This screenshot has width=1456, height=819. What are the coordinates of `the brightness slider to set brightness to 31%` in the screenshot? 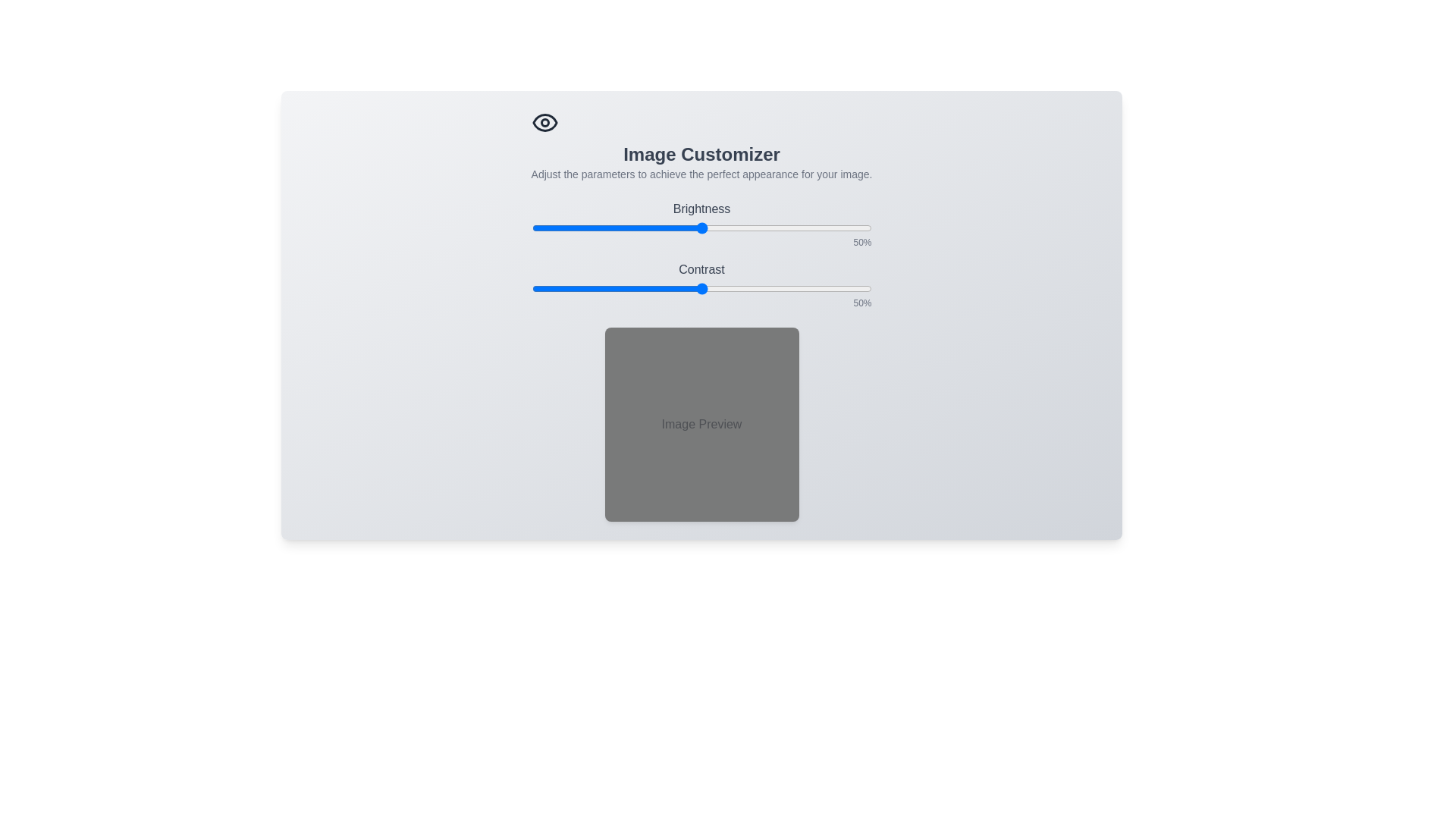 It's located at (637, 227).